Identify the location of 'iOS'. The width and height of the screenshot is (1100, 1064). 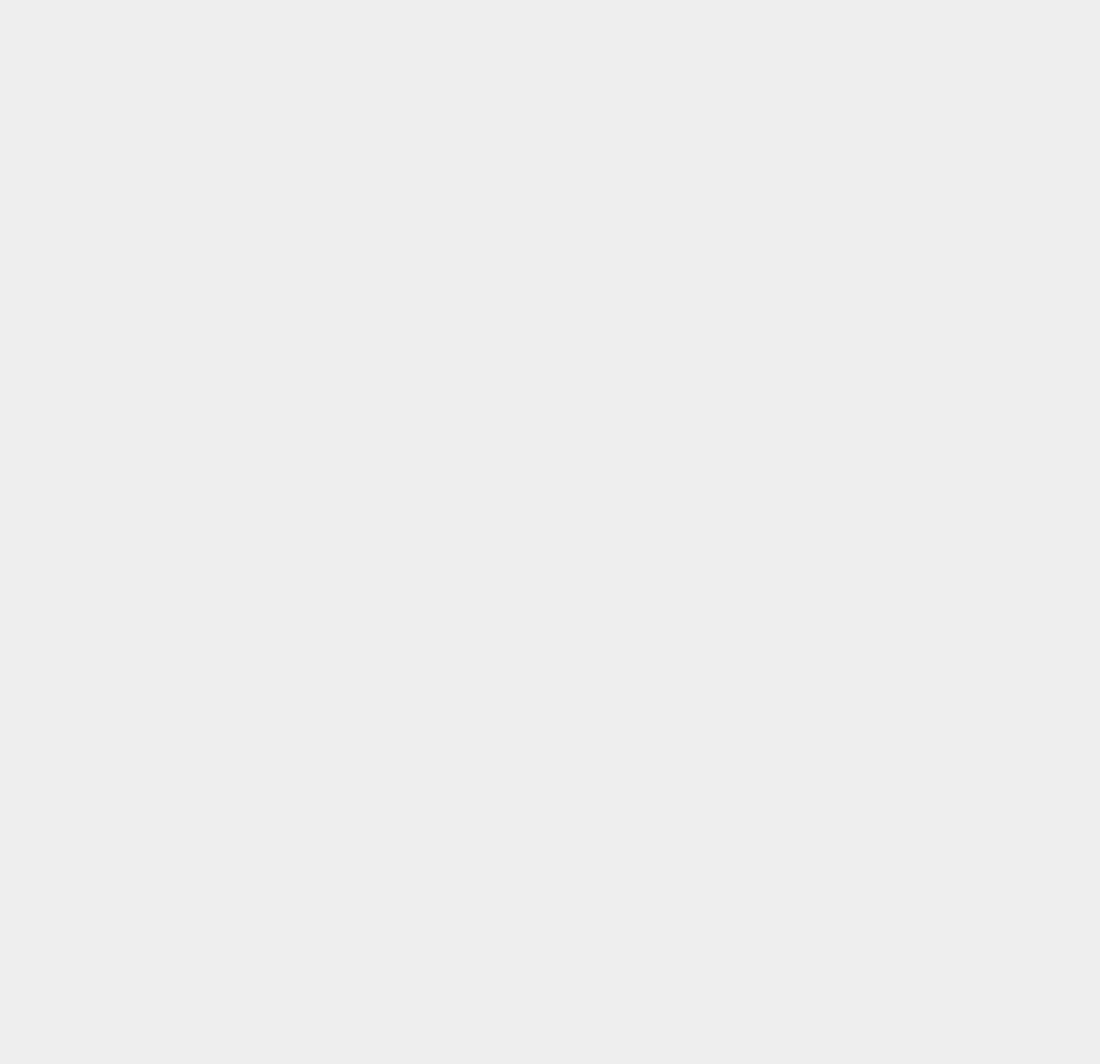
(788, 8).